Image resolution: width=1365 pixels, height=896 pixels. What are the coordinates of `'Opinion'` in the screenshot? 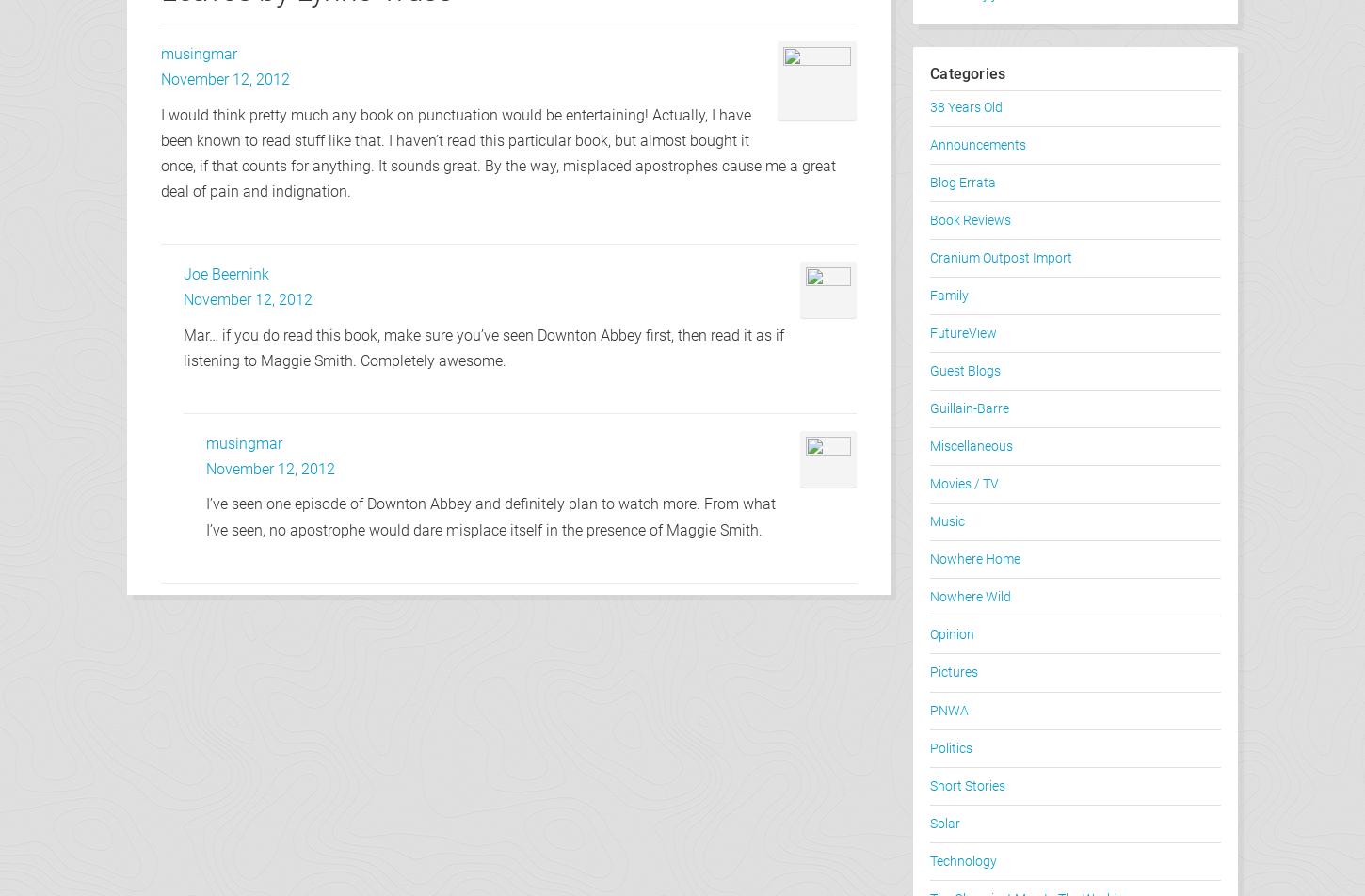 It's located at (952, 634).